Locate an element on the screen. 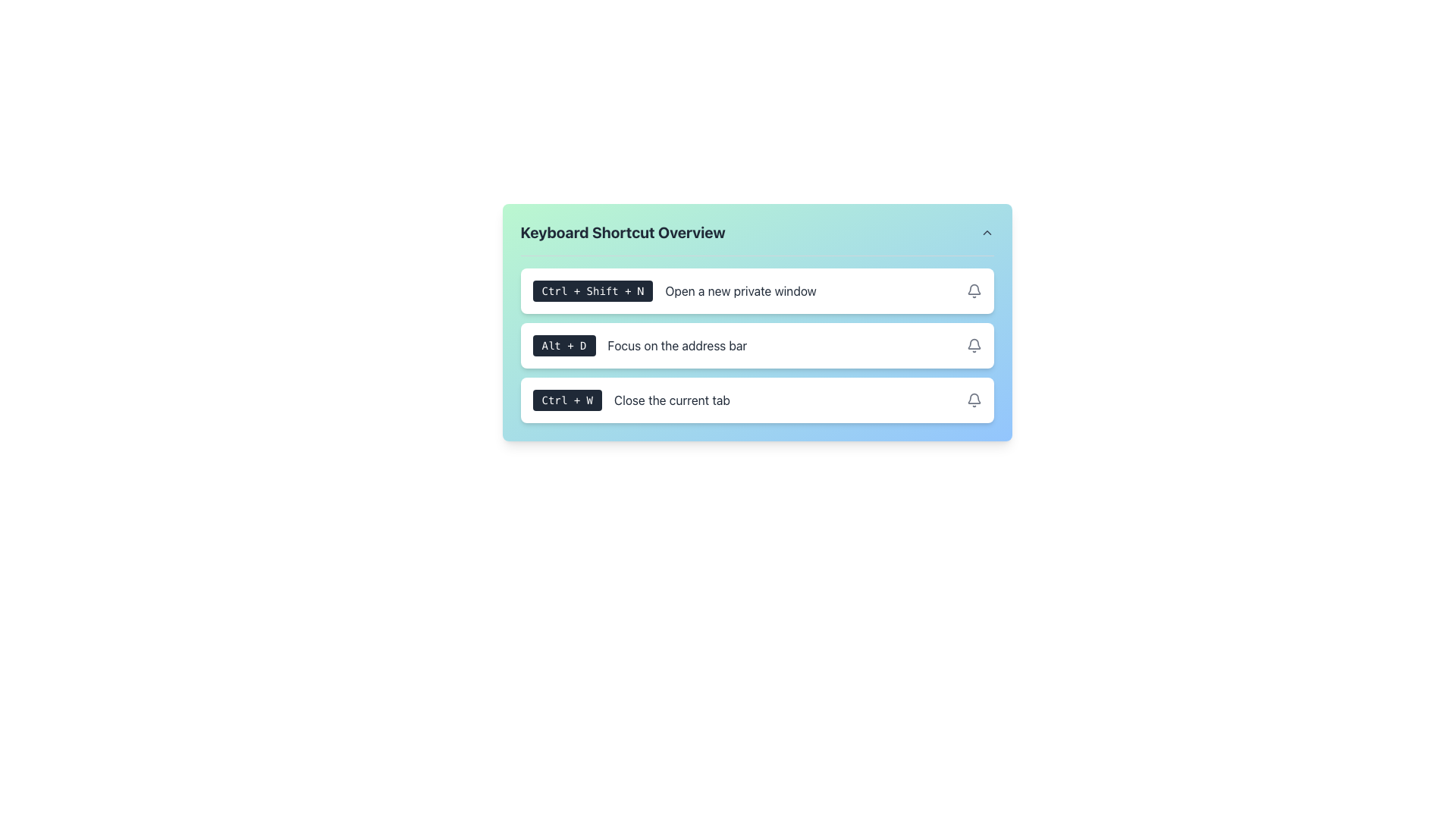 This screenshot has width=1456, height=819. the Text Label that describes the function of the 'Ctrl + W' keyboard shortcut, which is located within the third card of the 'Keyboard Shortcut Overview' section is located at coordinates (671, 400).